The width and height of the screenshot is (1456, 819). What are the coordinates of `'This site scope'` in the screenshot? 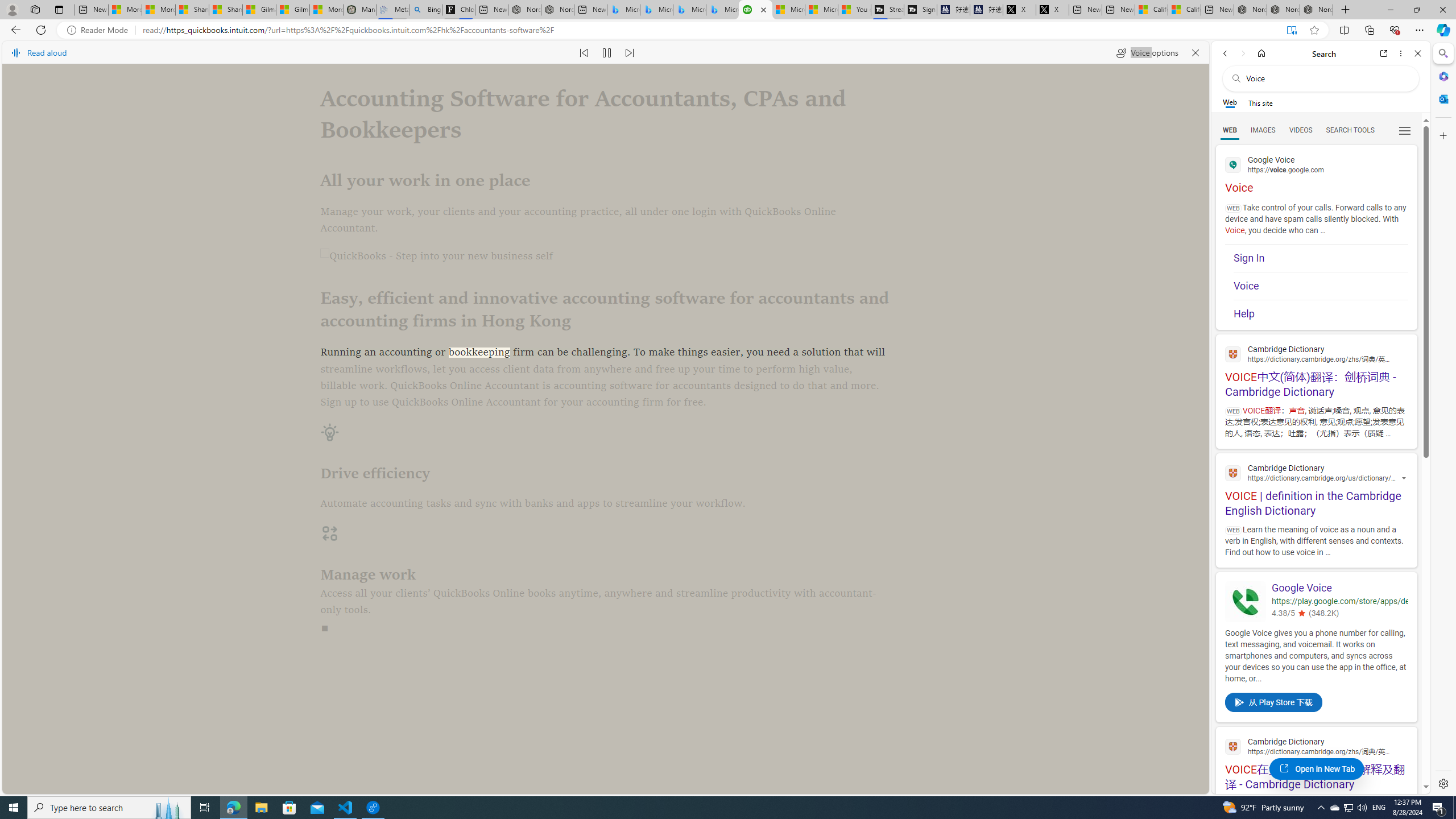 It's located at (1259, 102).